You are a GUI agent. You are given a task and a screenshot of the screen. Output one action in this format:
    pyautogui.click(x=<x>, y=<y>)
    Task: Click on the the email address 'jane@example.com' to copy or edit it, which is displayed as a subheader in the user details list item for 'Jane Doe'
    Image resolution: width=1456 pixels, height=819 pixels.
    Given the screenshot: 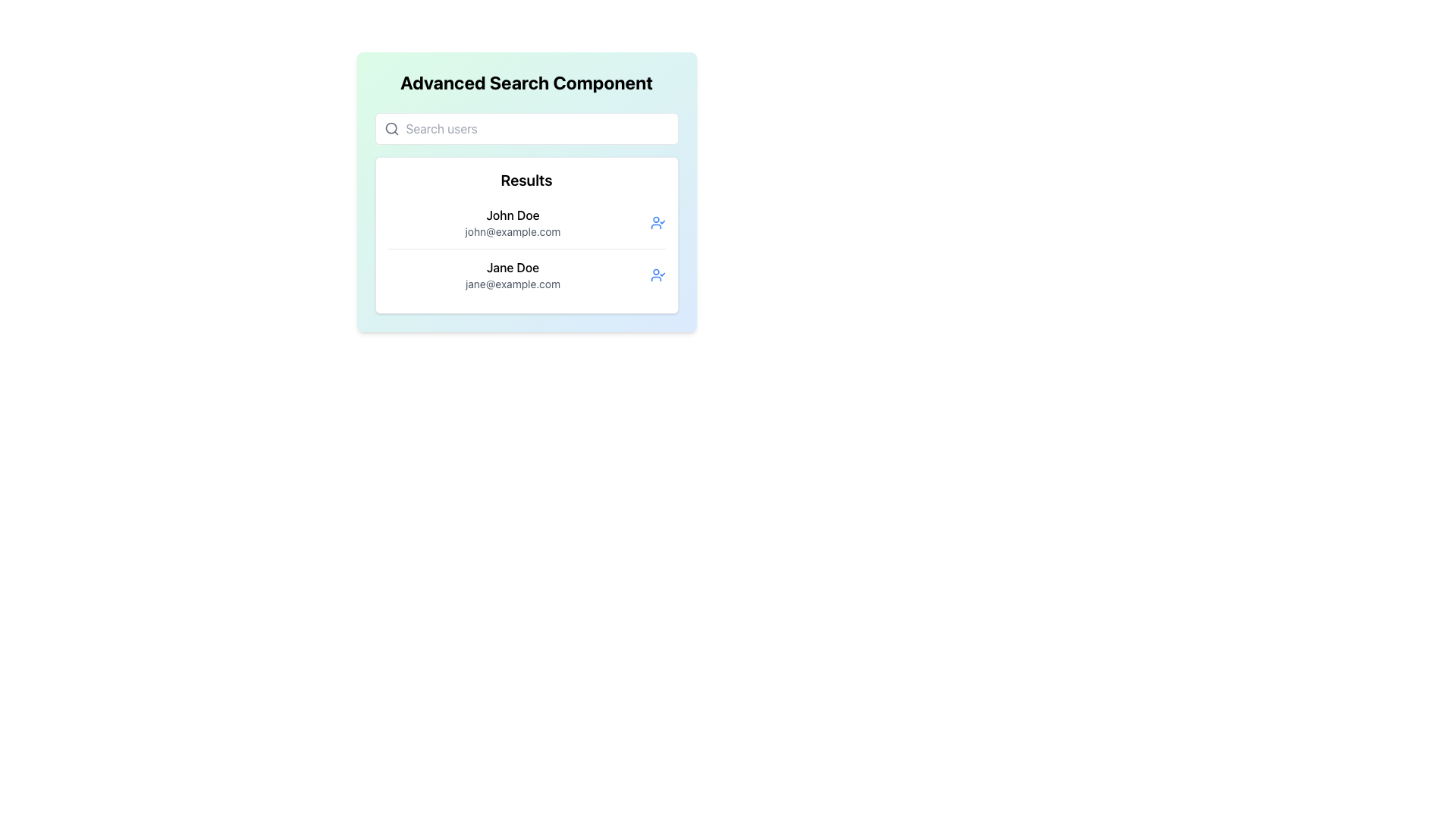 What is the action you would take?
    pyautogui.click(x=513, y=275)
    